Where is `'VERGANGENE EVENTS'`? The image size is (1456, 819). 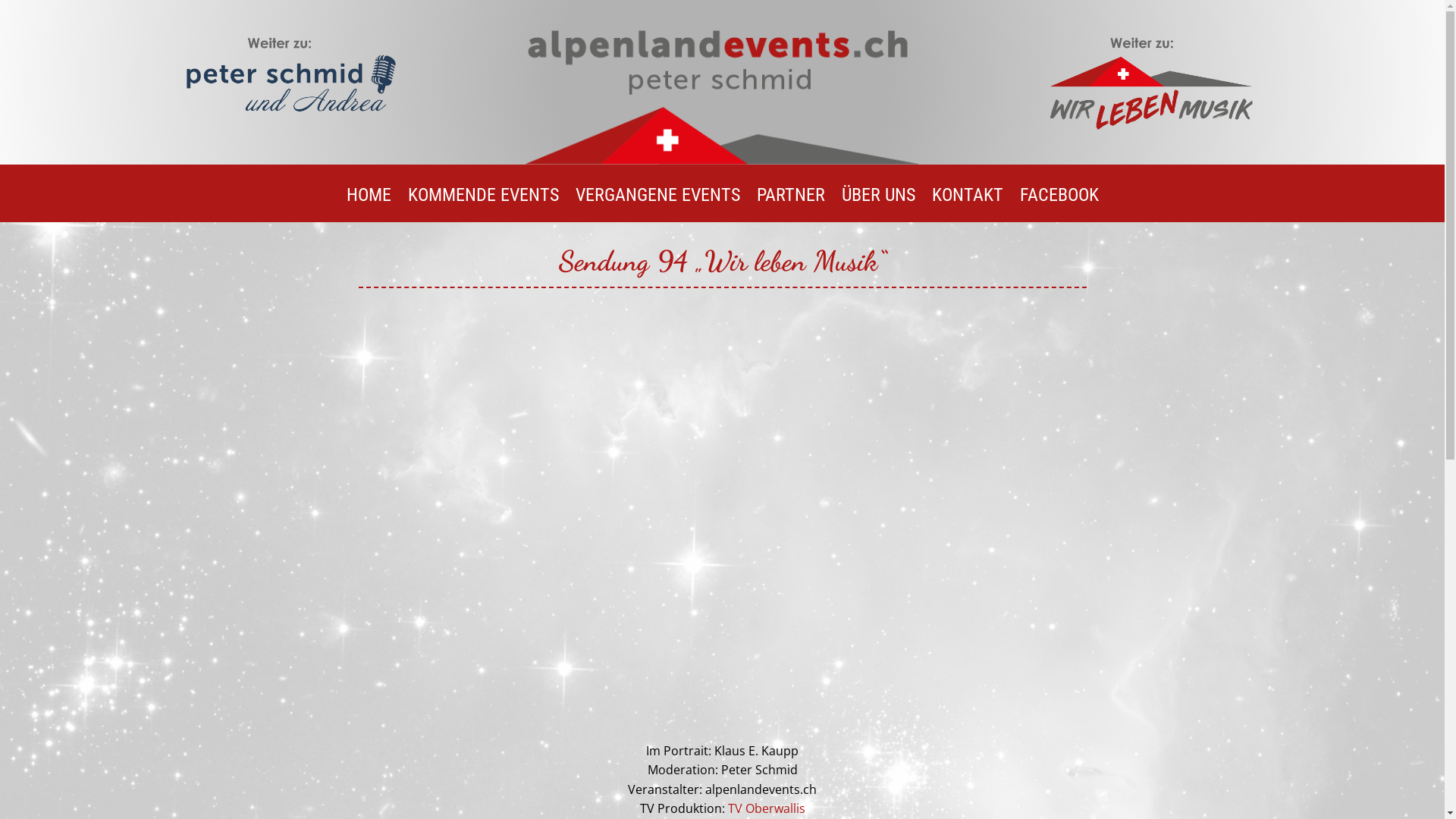
'VERGANGENE EVENTS' is located at coordinates (657, 206).